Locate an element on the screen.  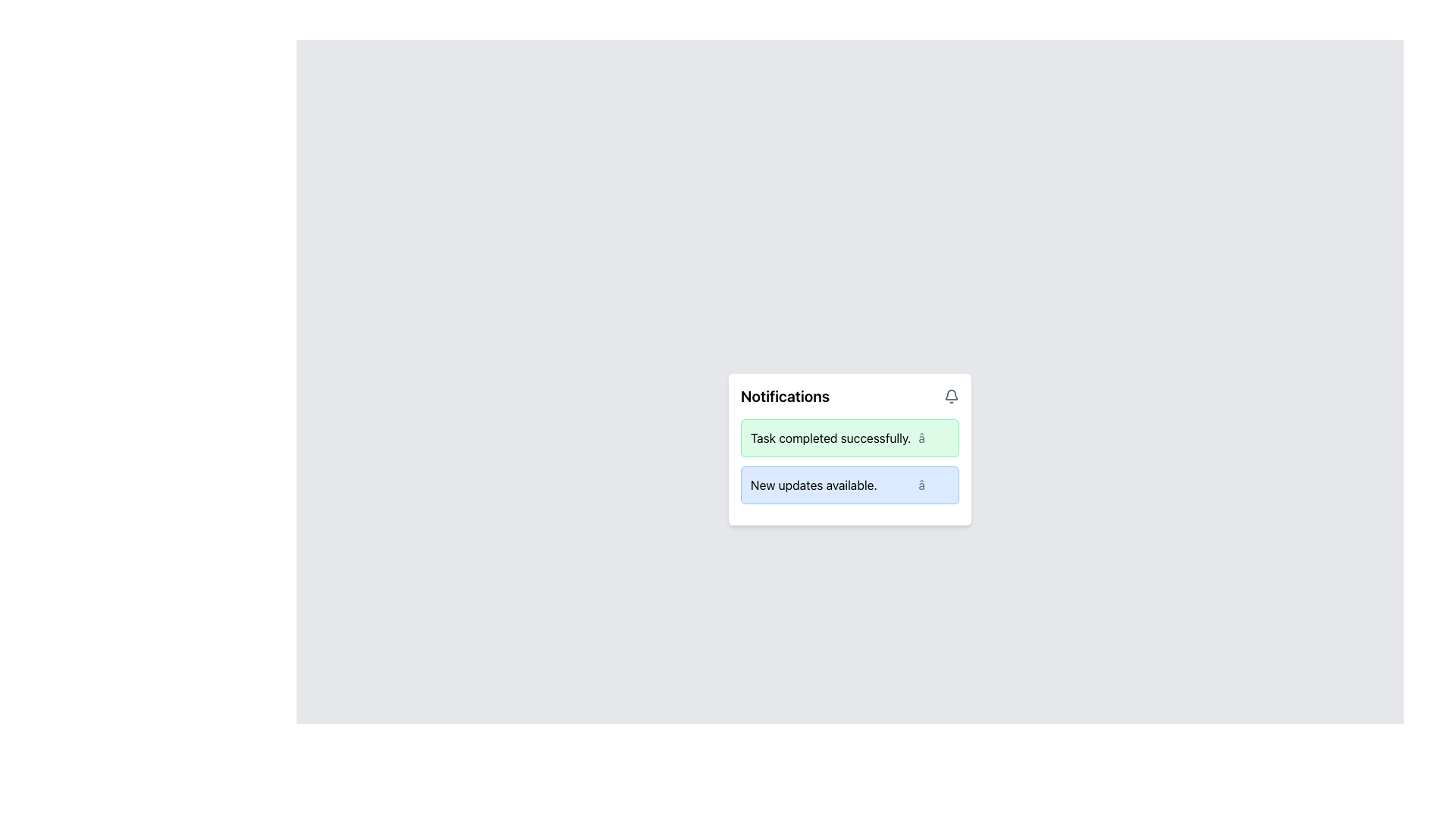
the notification with the text 'New updates available.' which has a dismiss icon to its right is located at coordinates (850, 485).